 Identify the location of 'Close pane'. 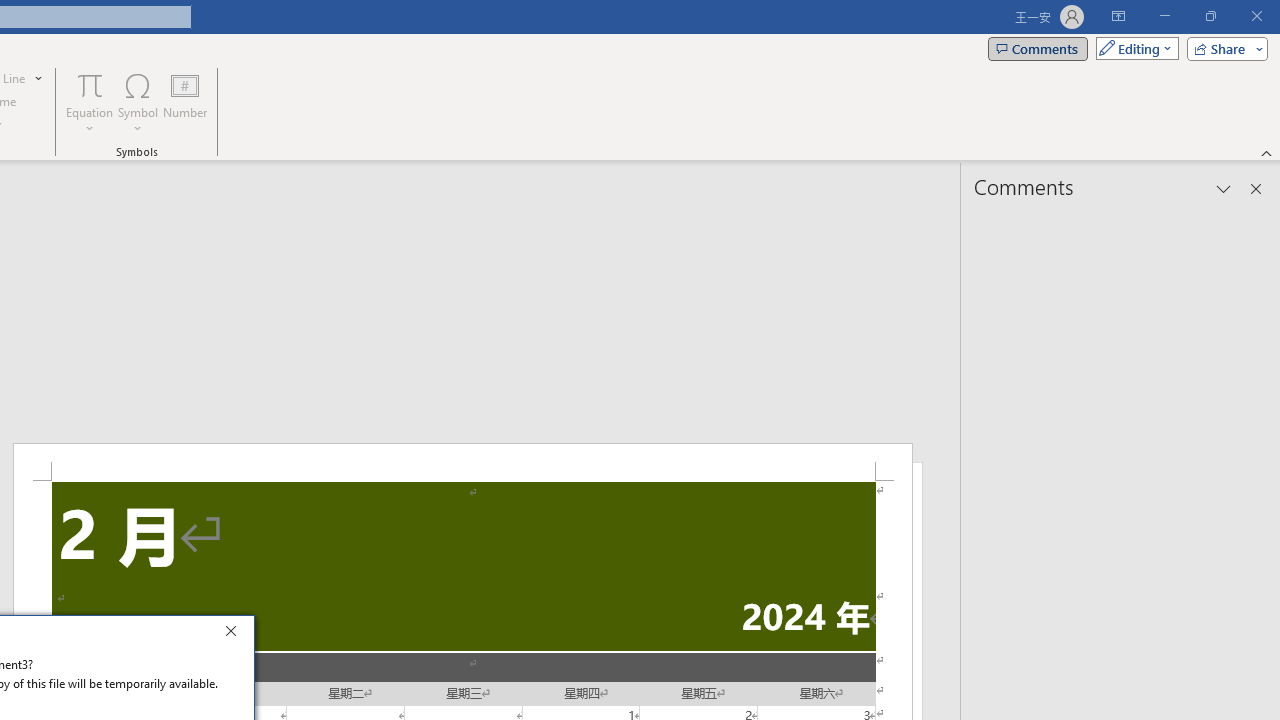
(1255, 189).